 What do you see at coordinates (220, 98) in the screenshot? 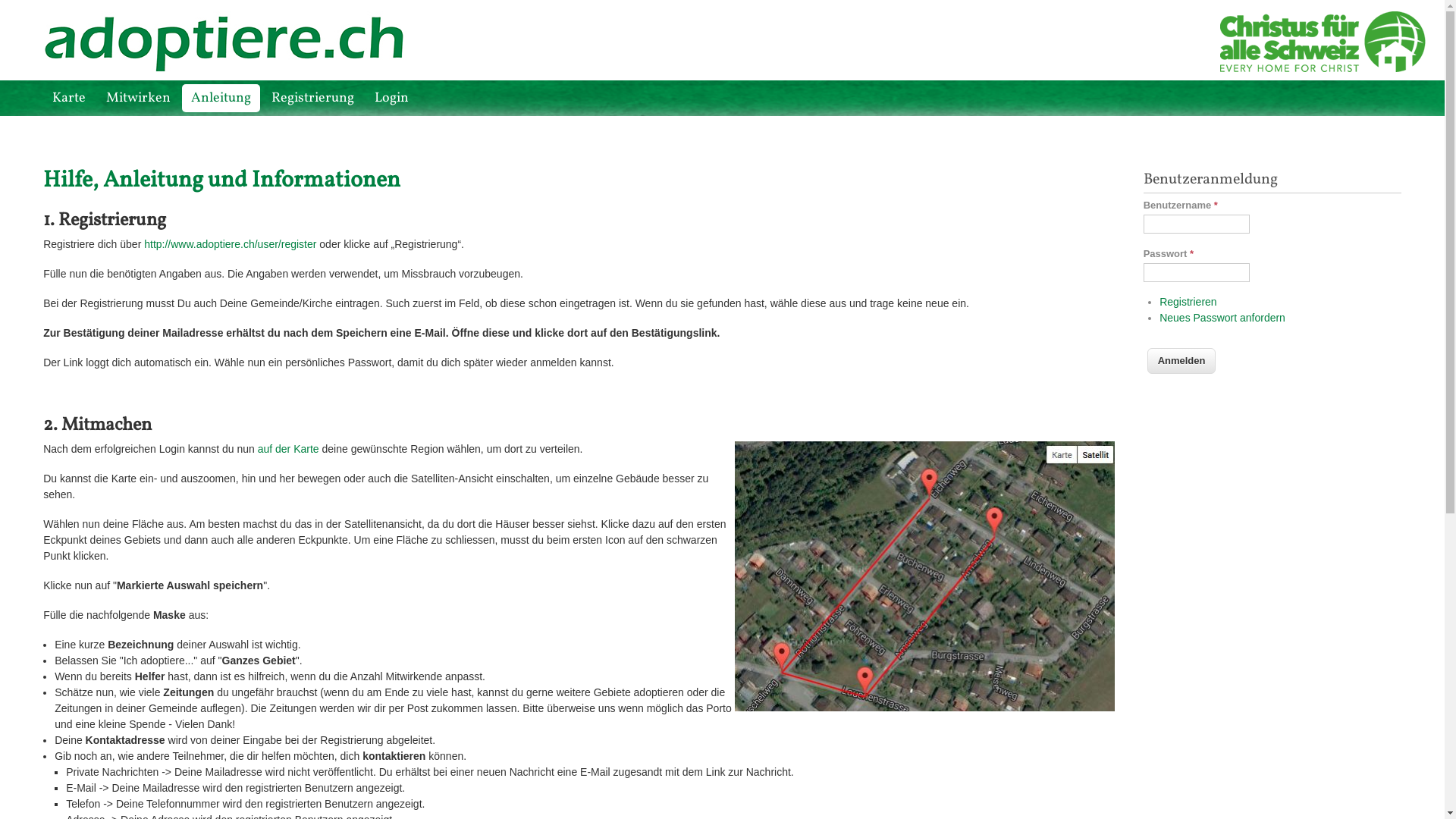
I see `'Anleitung'` at bounding box center [220, 98].